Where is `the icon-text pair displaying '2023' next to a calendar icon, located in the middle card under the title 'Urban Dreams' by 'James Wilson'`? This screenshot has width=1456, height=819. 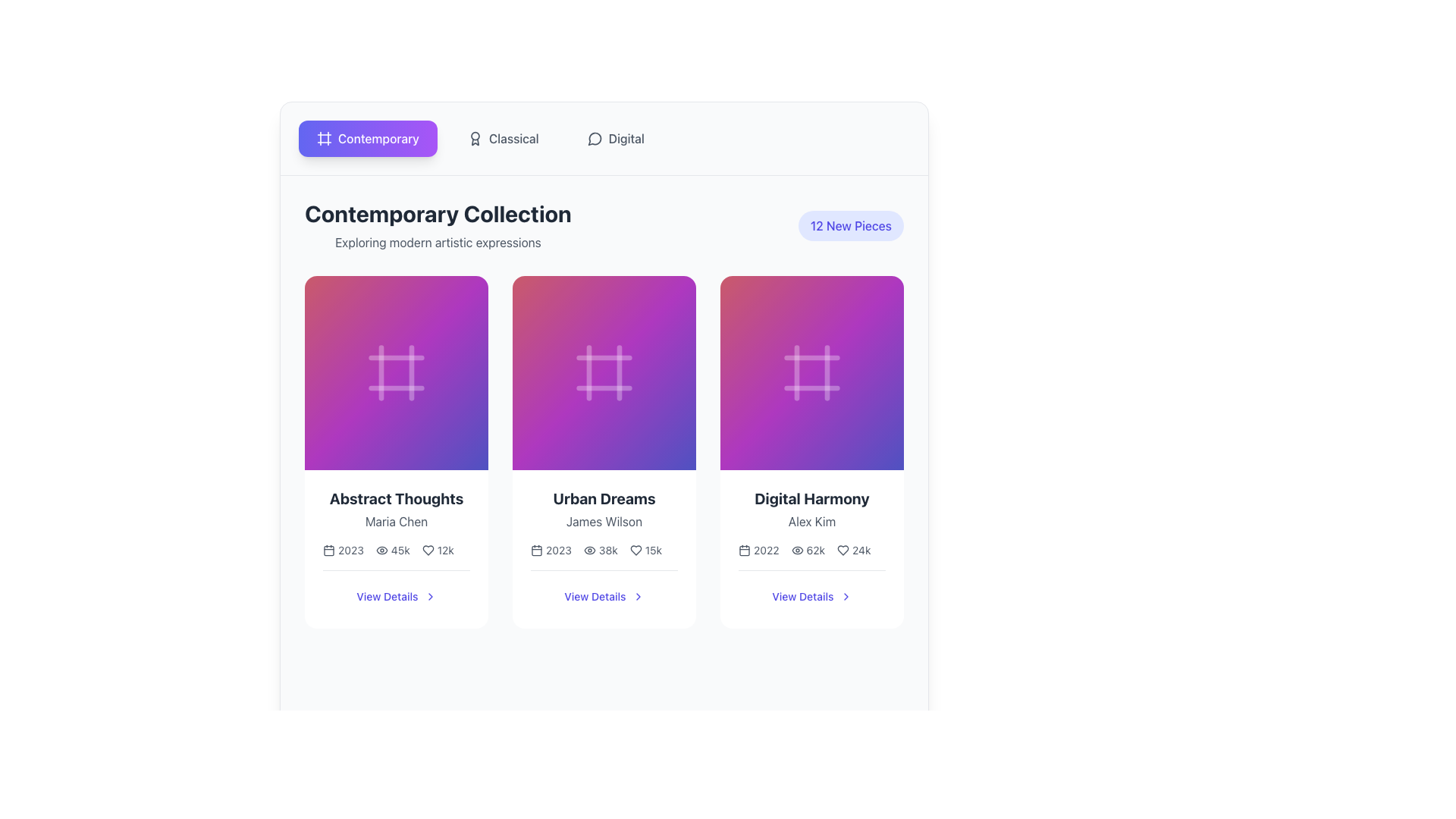
the icon-text pair displaying '2023' next to a calendar icon, located in the middle card under the title 'Urban Dreams' by 'James Wilson' is located at coordinates (550, 550).